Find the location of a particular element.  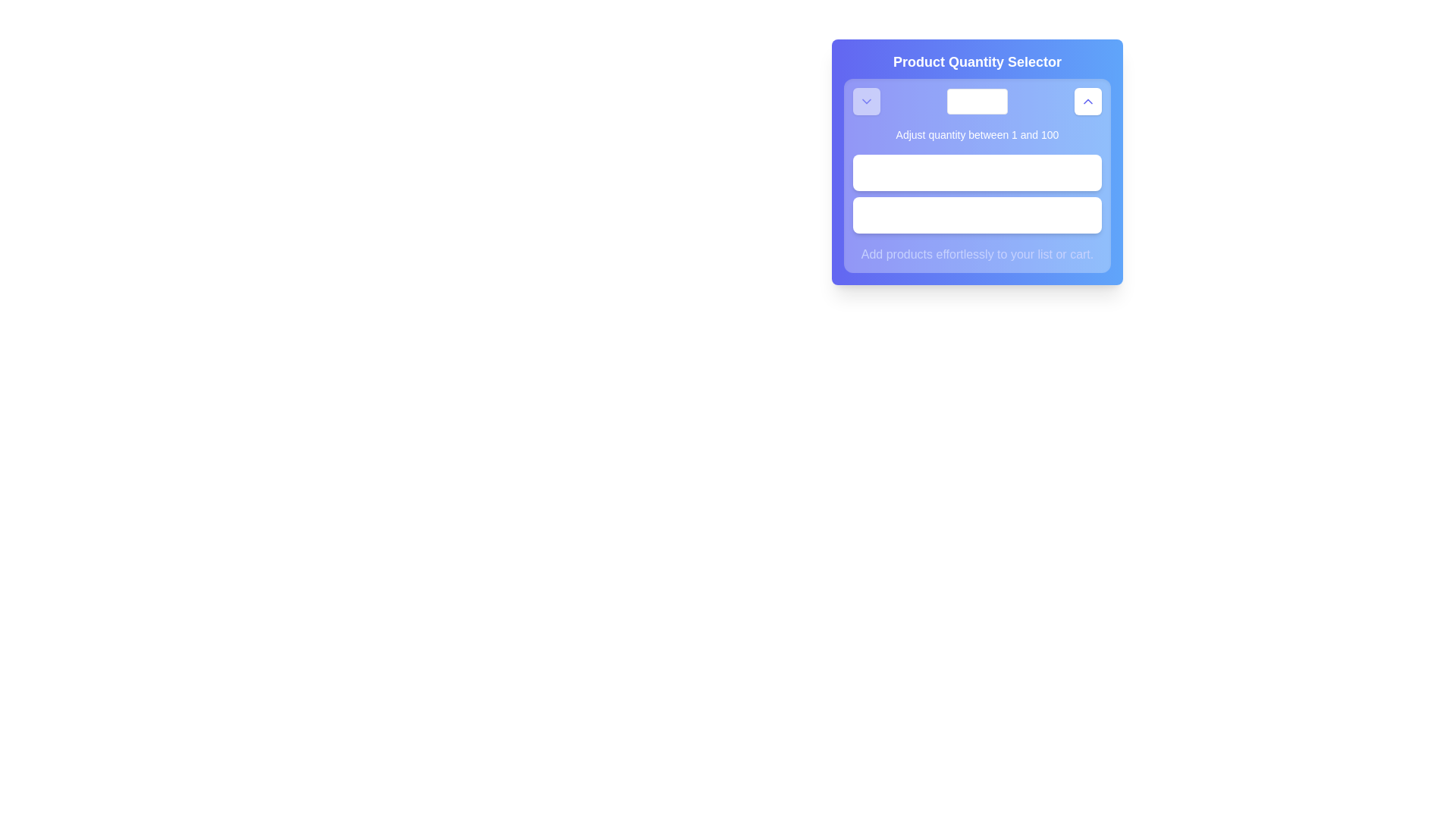

the quantity is located at coordinates (971, 171).